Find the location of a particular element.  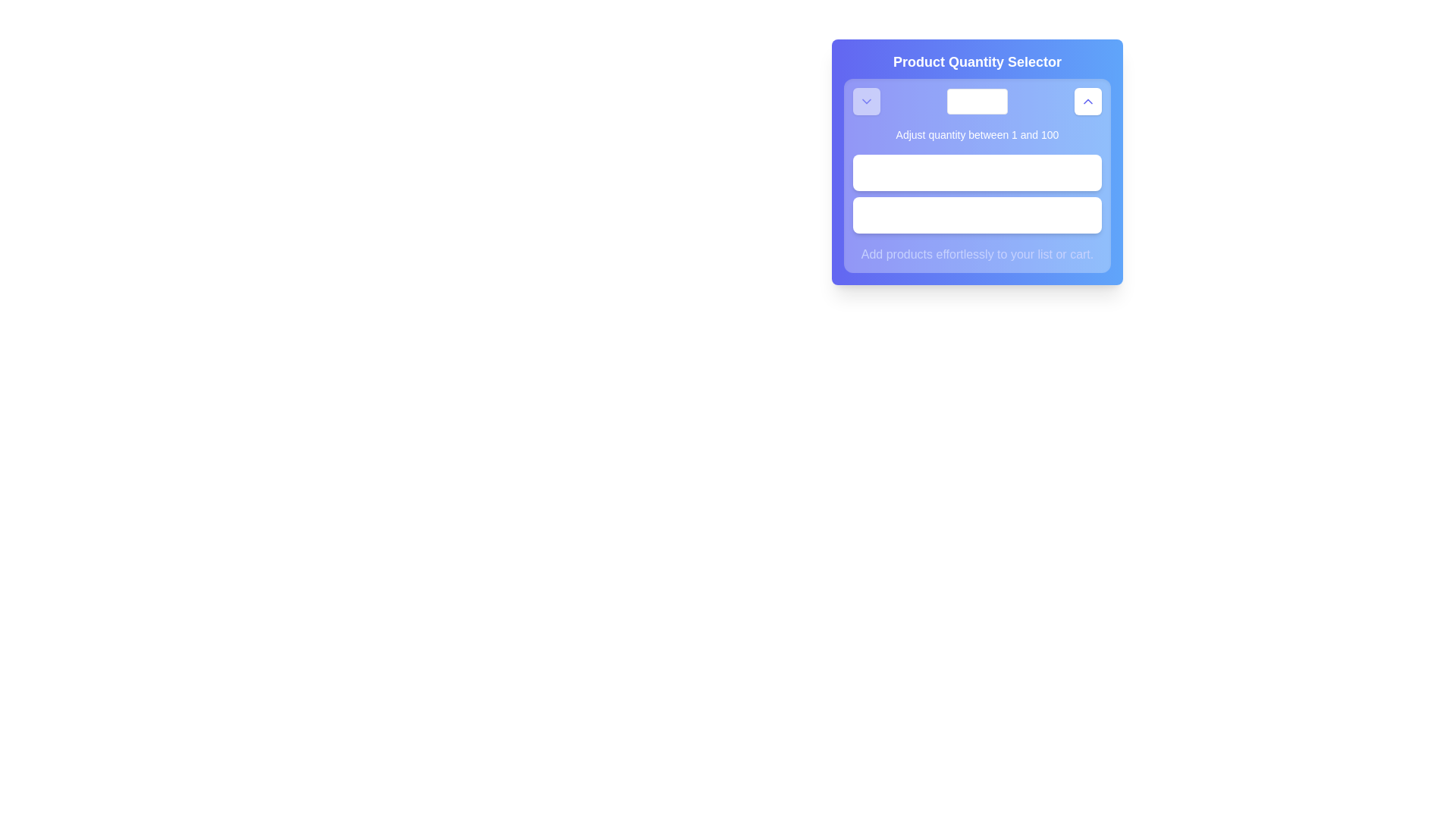

the quantity is located at coordinates (971, 171).